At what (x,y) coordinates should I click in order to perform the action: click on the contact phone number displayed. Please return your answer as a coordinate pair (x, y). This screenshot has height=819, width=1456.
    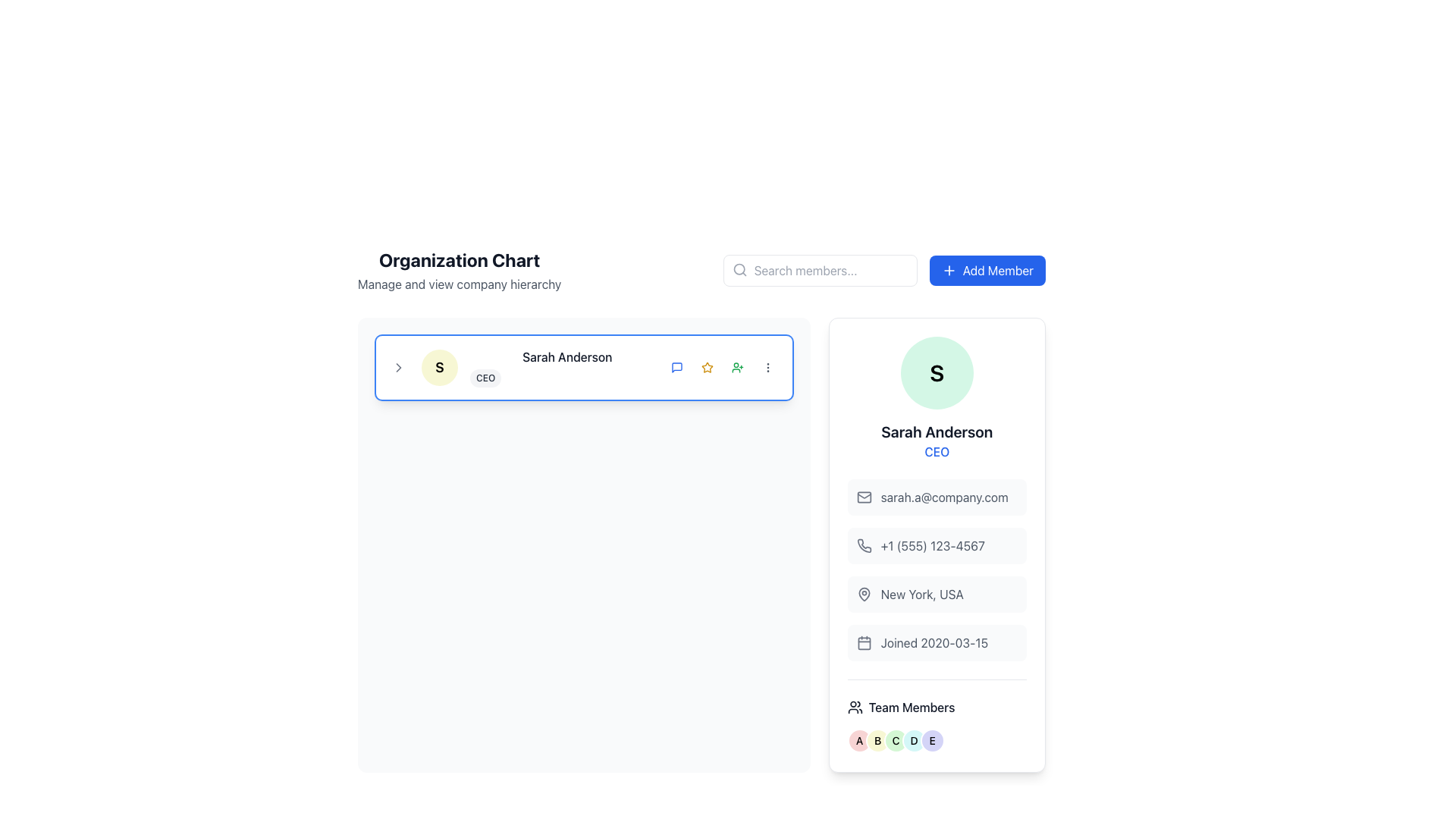
    Looking at the image, I should click on (936, 546).